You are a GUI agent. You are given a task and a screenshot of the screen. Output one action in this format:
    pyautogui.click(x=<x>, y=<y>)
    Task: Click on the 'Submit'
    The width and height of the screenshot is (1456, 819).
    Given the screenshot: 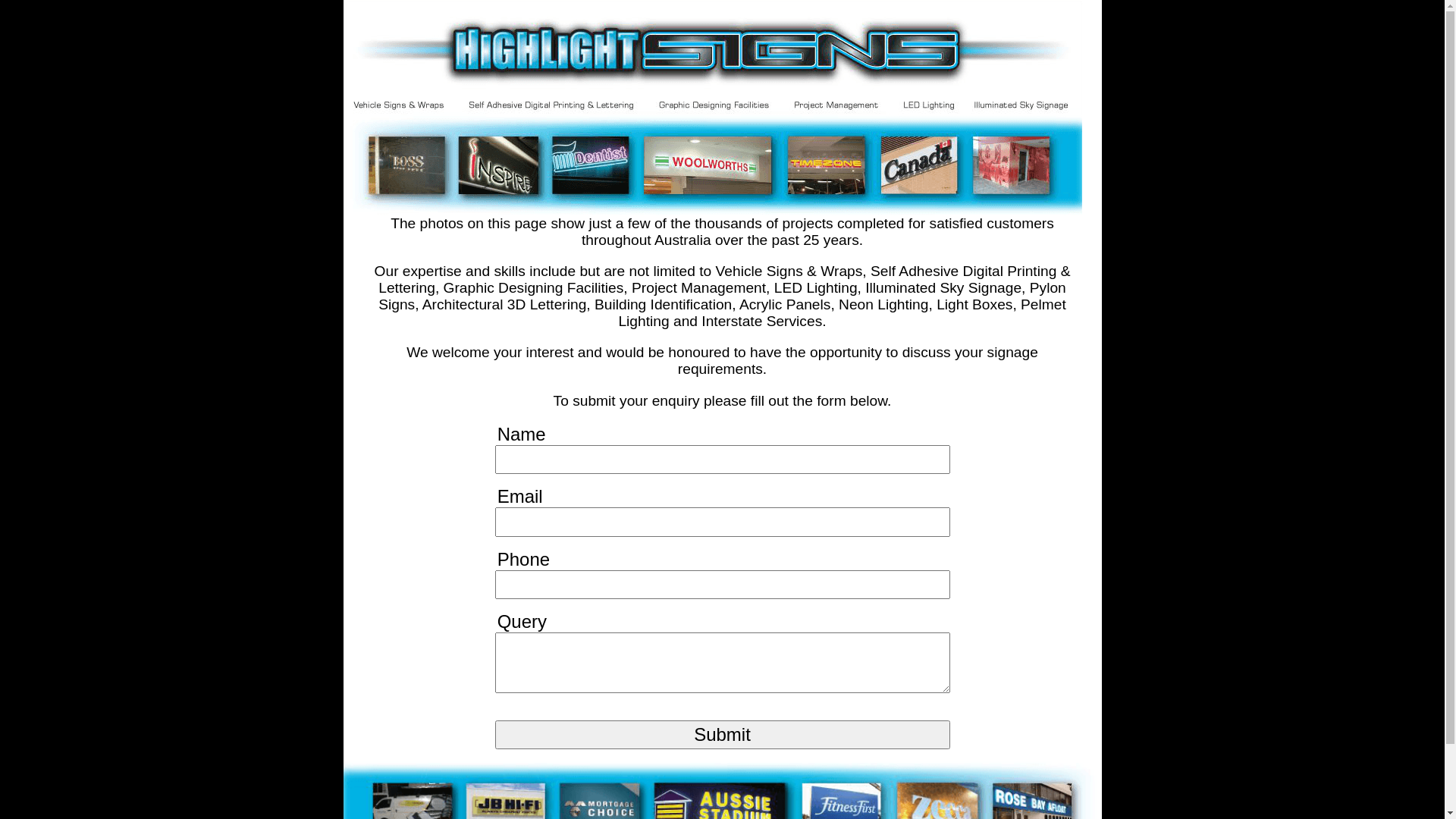 What is the action you would take?
    pyautogui.click(x=720, y=733)
    